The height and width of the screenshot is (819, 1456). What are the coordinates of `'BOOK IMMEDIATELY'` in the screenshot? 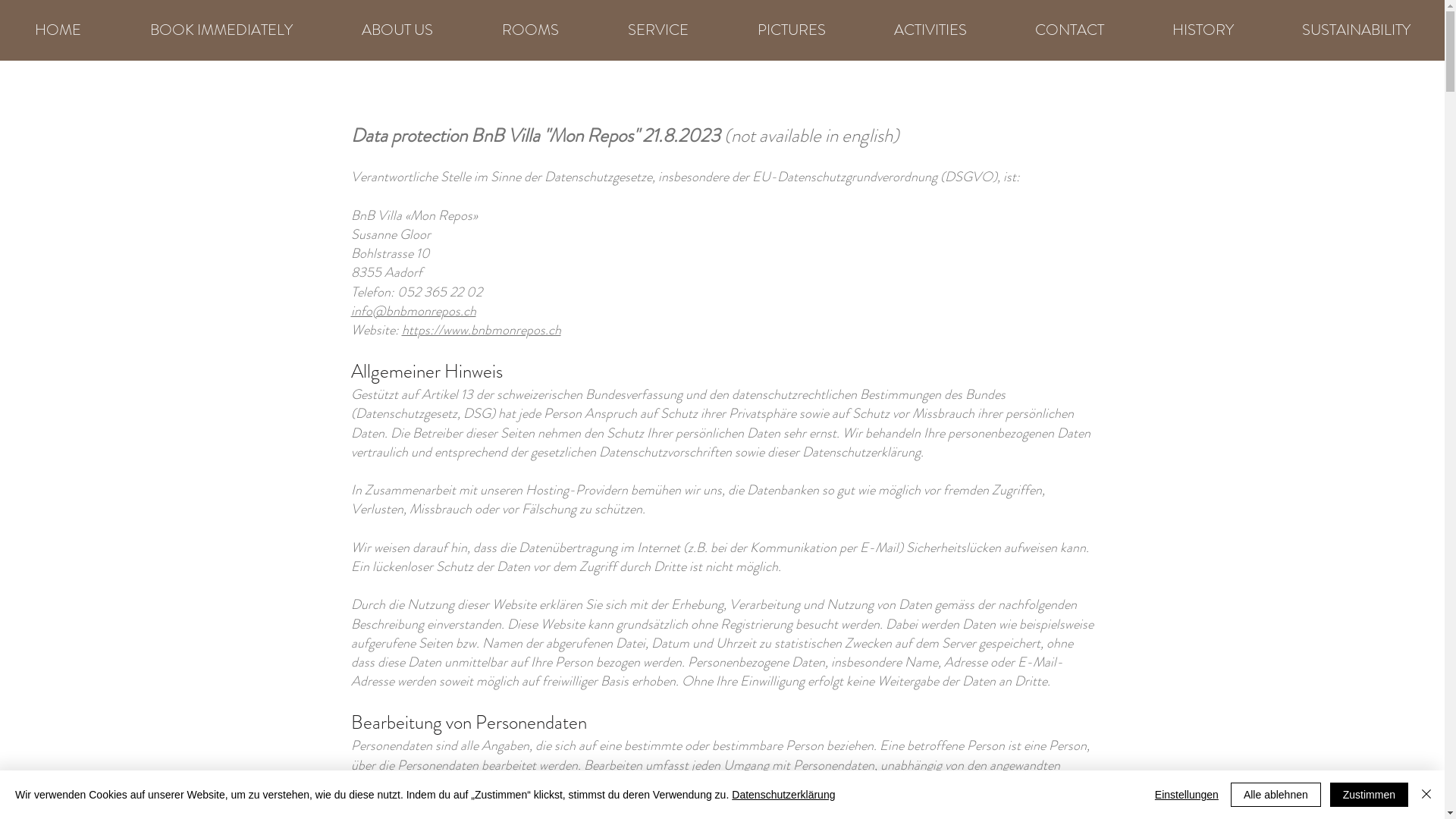 It's located at (220, 30).